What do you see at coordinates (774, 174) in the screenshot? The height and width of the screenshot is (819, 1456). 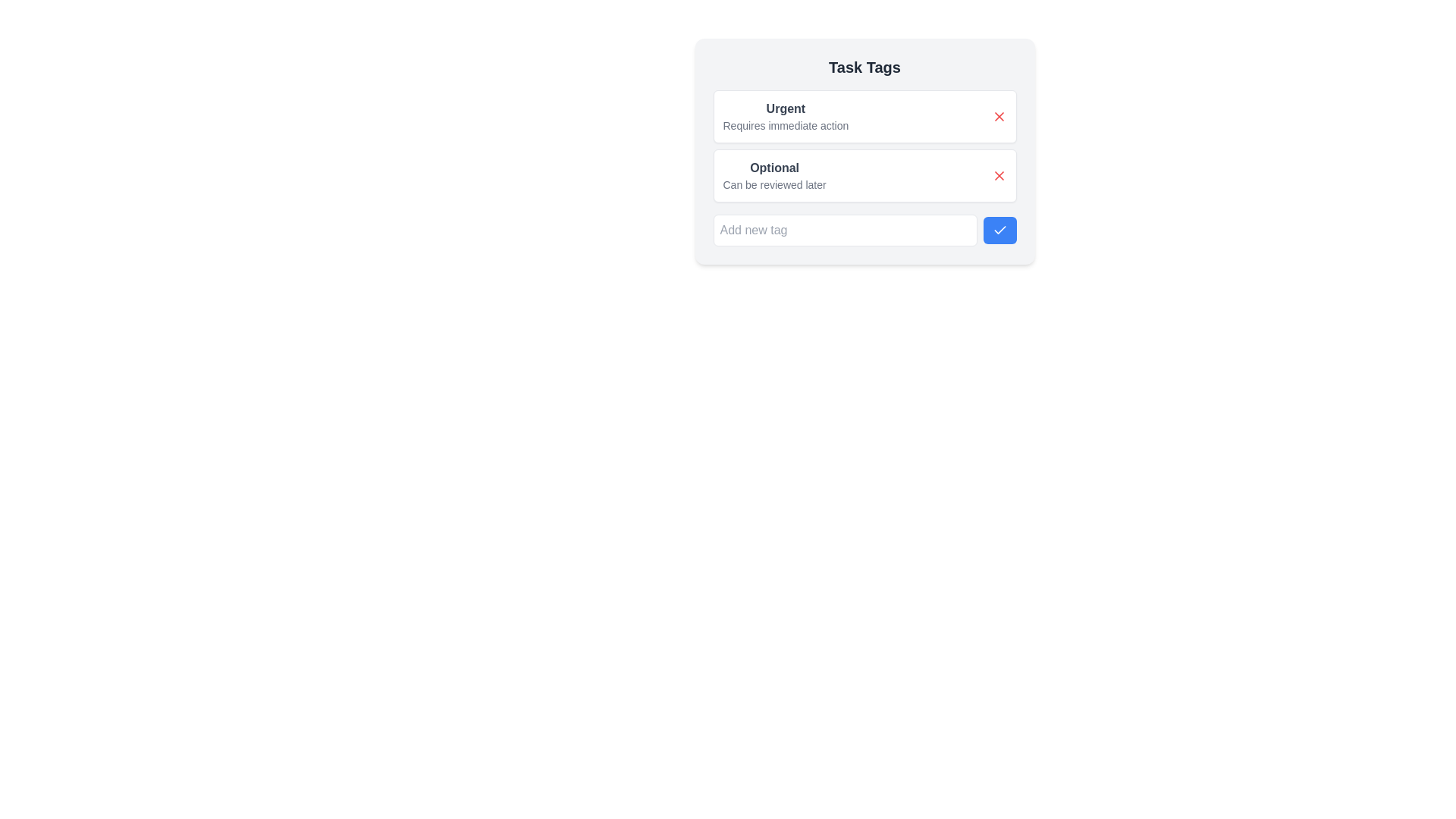 I see `the Text Display element containing the heading 'Optional' and the subtitle 'Can be reviewed later', which is positioned below the 'Urgent' item and above the 'Add new tag' field` at bounding box center [774, 174].